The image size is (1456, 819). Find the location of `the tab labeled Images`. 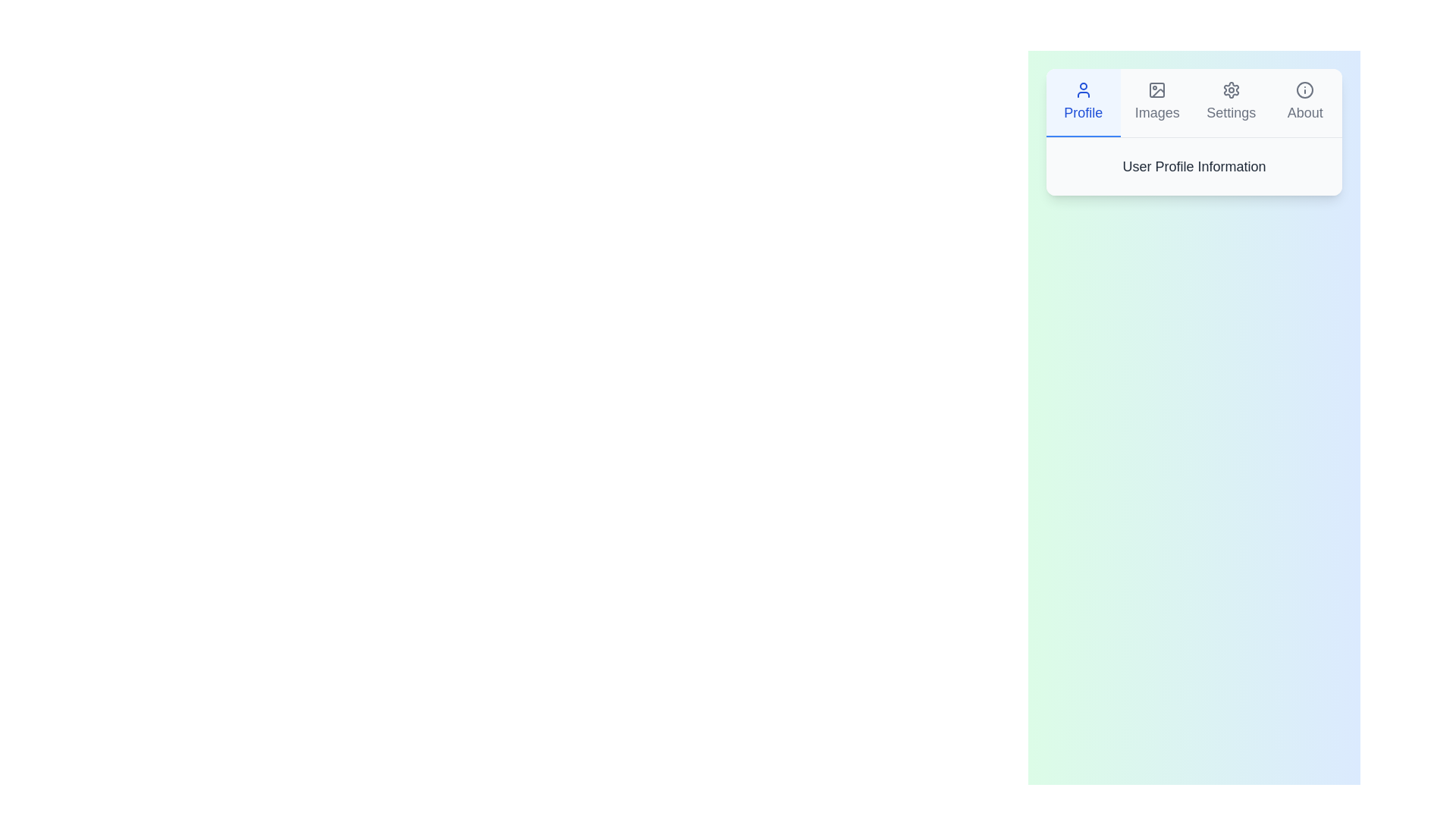

the tab labeled Images is located at coordinates (1156, 102).